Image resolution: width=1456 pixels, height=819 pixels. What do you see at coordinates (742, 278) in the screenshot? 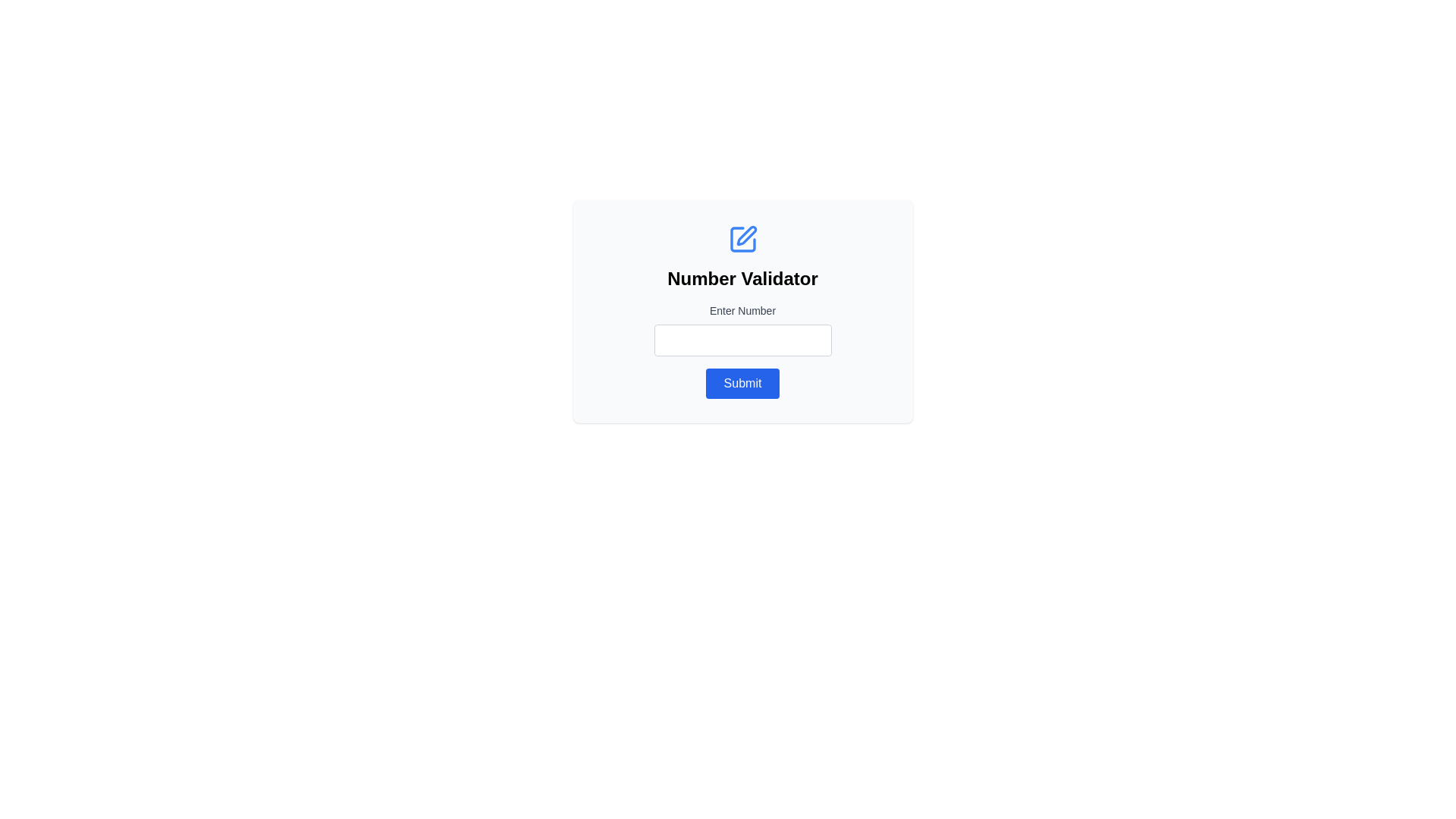
I see `the header element titled 'Number Validator', which is centrally aligned in the second visual row beneath a square pen icon` at bounding box center [742, 278].